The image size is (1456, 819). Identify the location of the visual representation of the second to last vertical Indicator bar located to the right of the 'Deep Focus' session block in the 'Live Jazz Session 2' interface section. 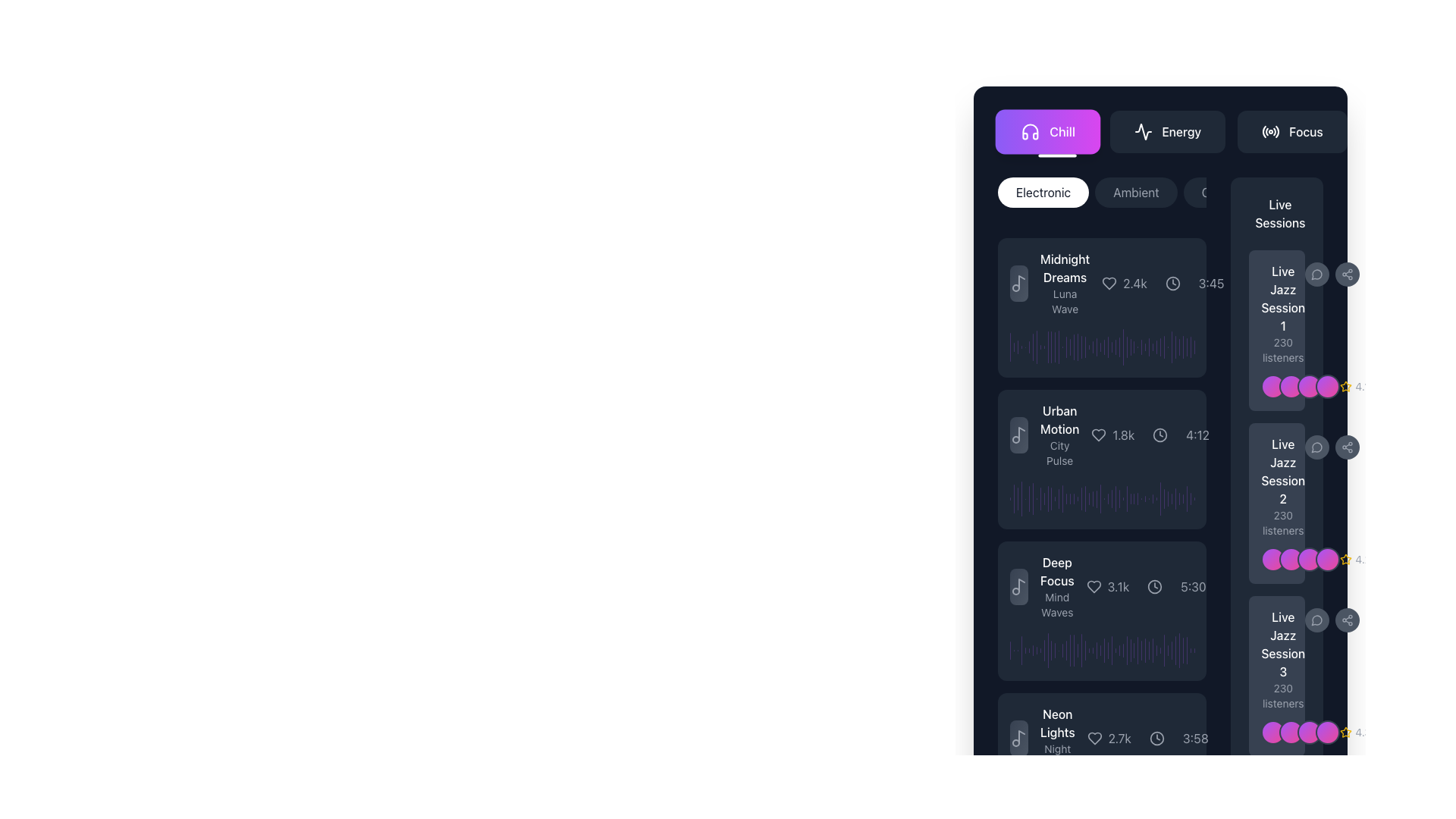
(1186, 649).